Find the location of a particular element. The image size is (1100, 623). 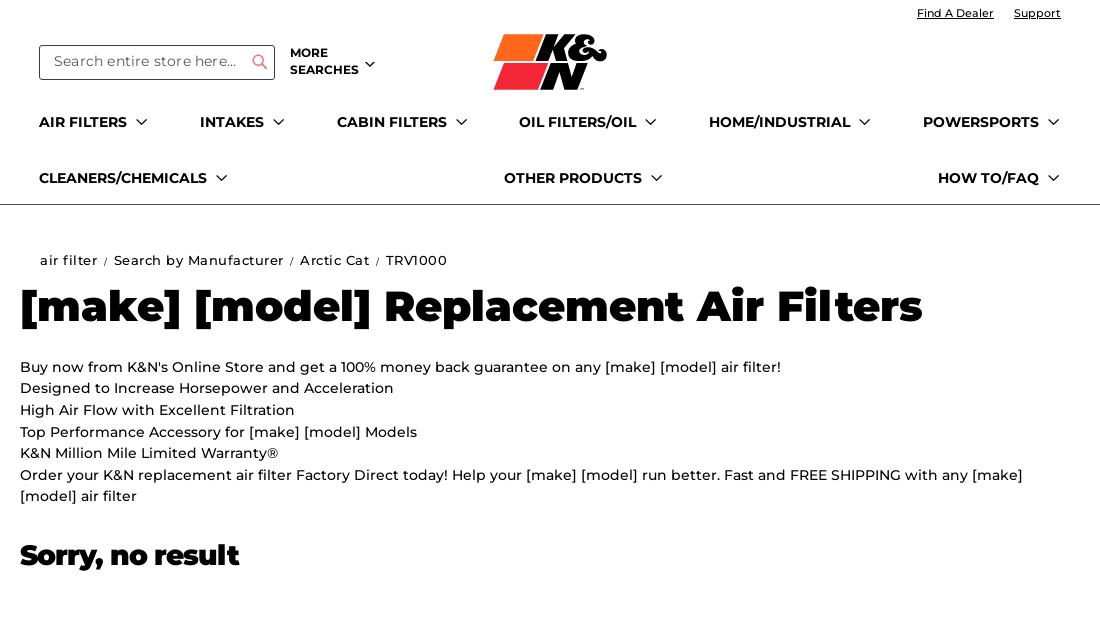

'[make] [model] Replacement Air Filters' is located at coordinates (19, 305).